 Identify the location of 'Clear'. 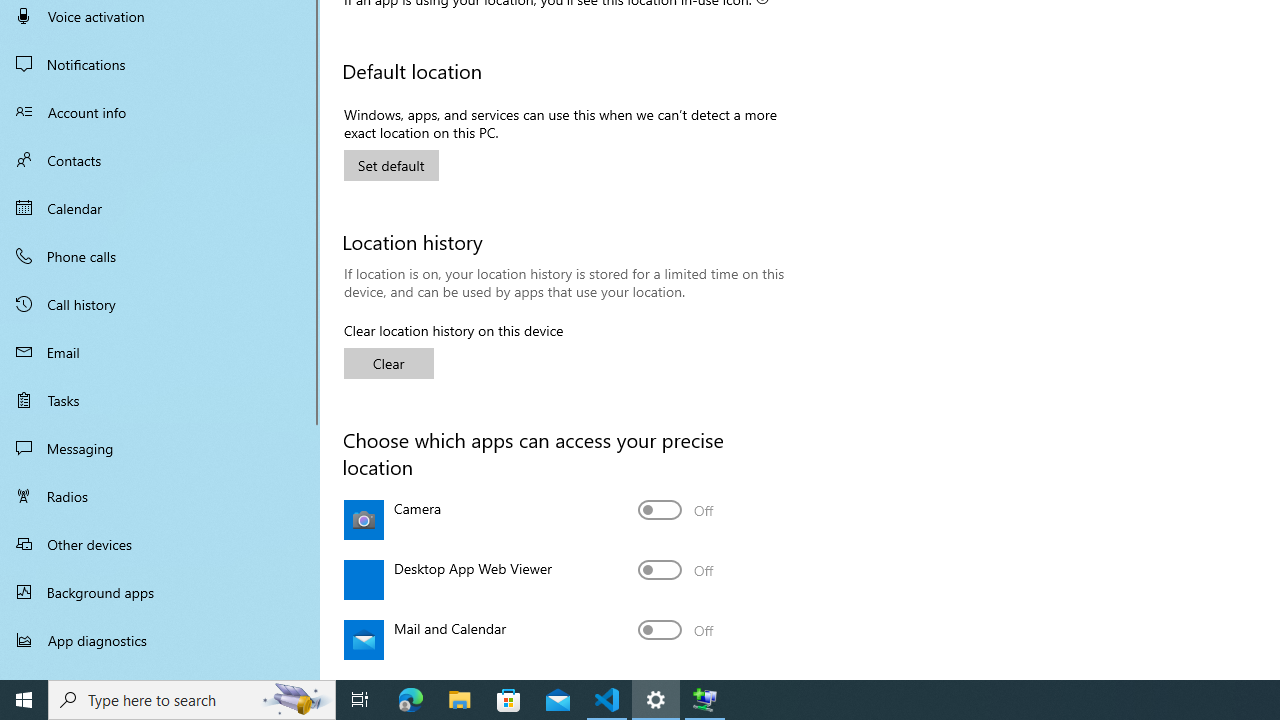
(389, 363).